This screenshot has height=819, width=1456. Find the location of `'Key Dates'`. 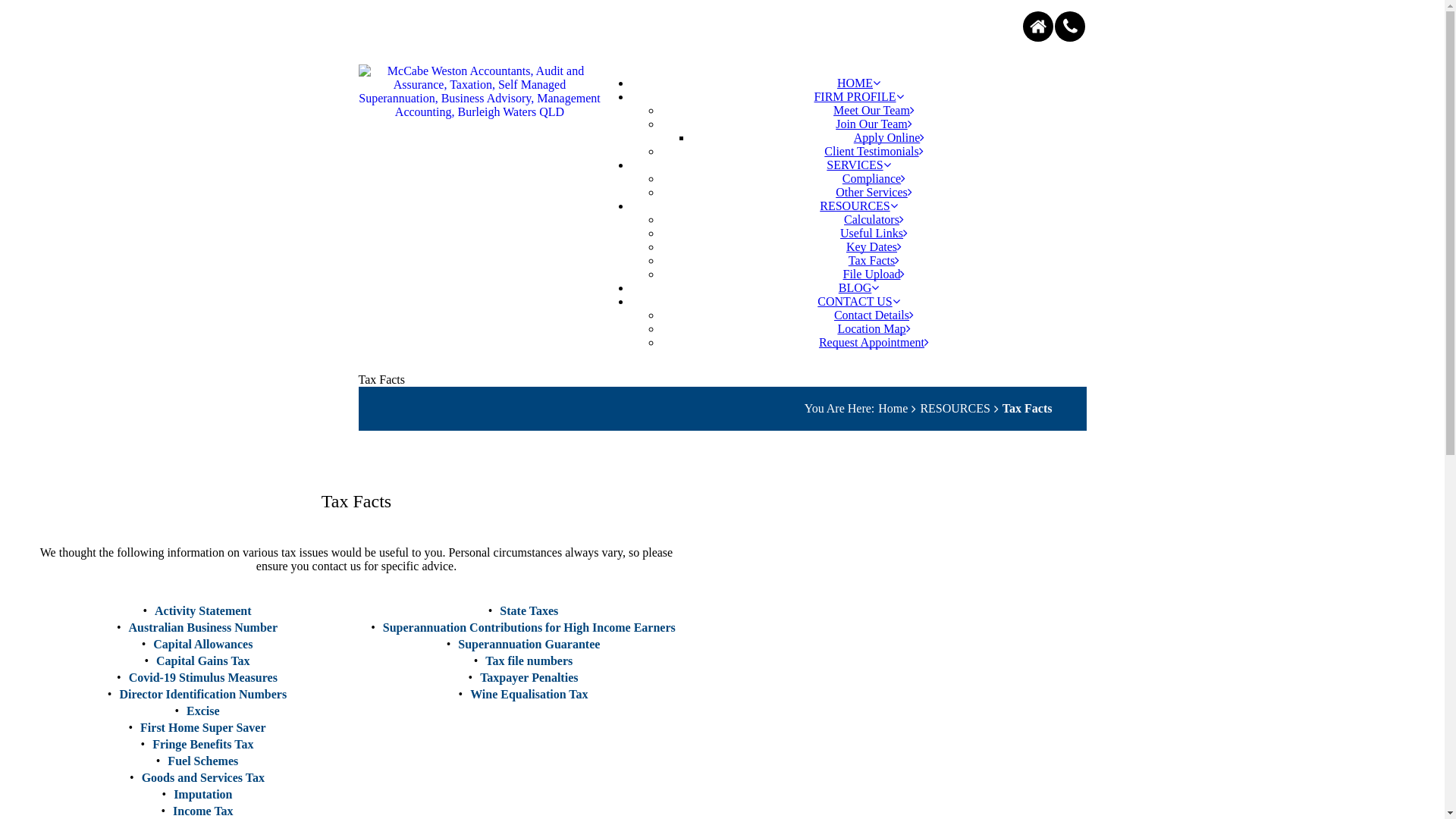

'Key Dates' is located at coordinates (846, 246).